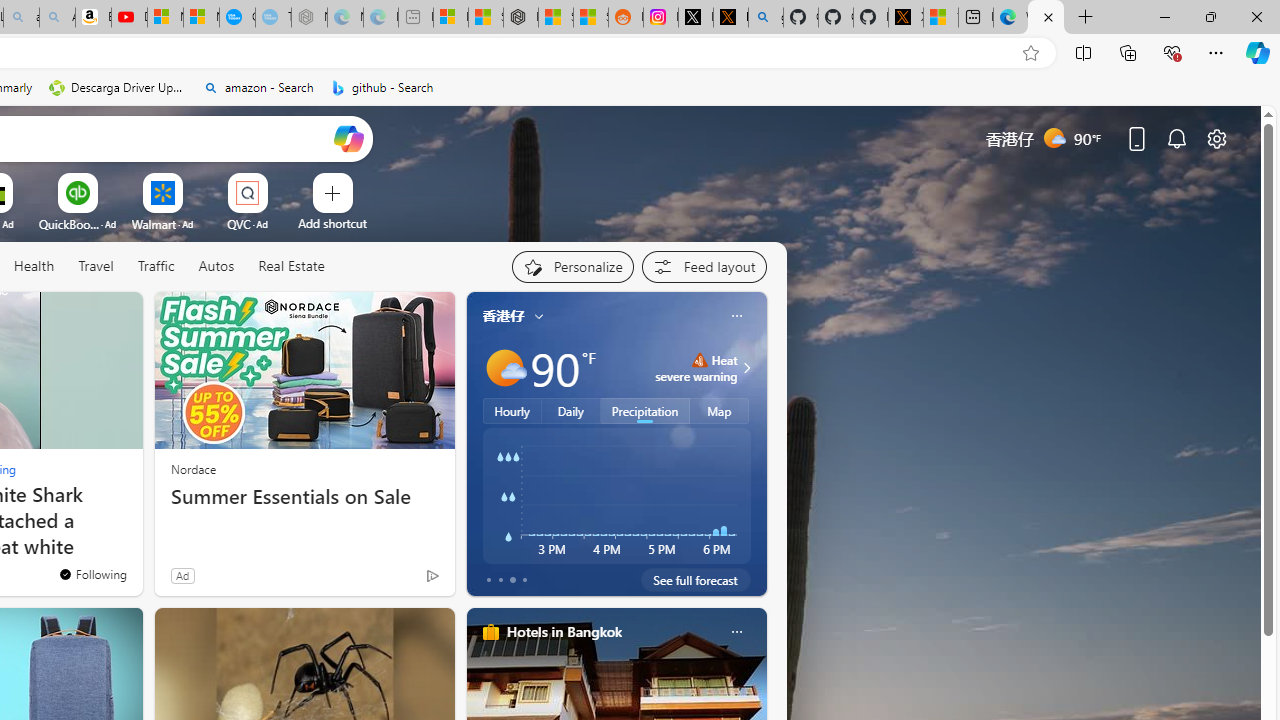  I want to click on 'Copilot (Ctrl+Shift+.)', so click(1257, 51).